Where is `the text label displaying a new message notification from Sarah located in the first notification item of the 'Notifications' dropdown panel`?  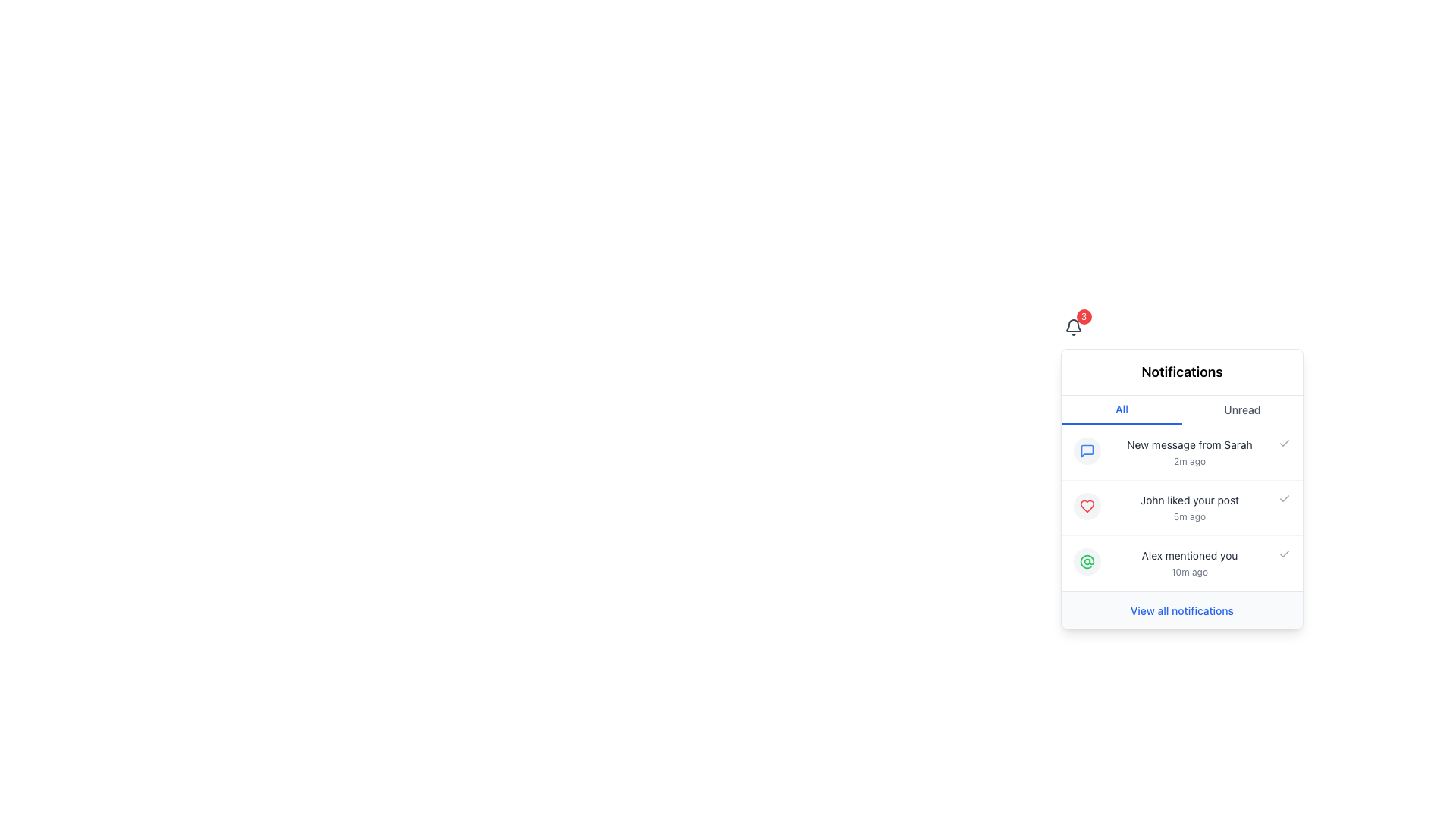 the text label displaying a new message notification from Sarah located in the first notification item of the 'Notifications' dropdown panel is located at coordinates (1189, 444).